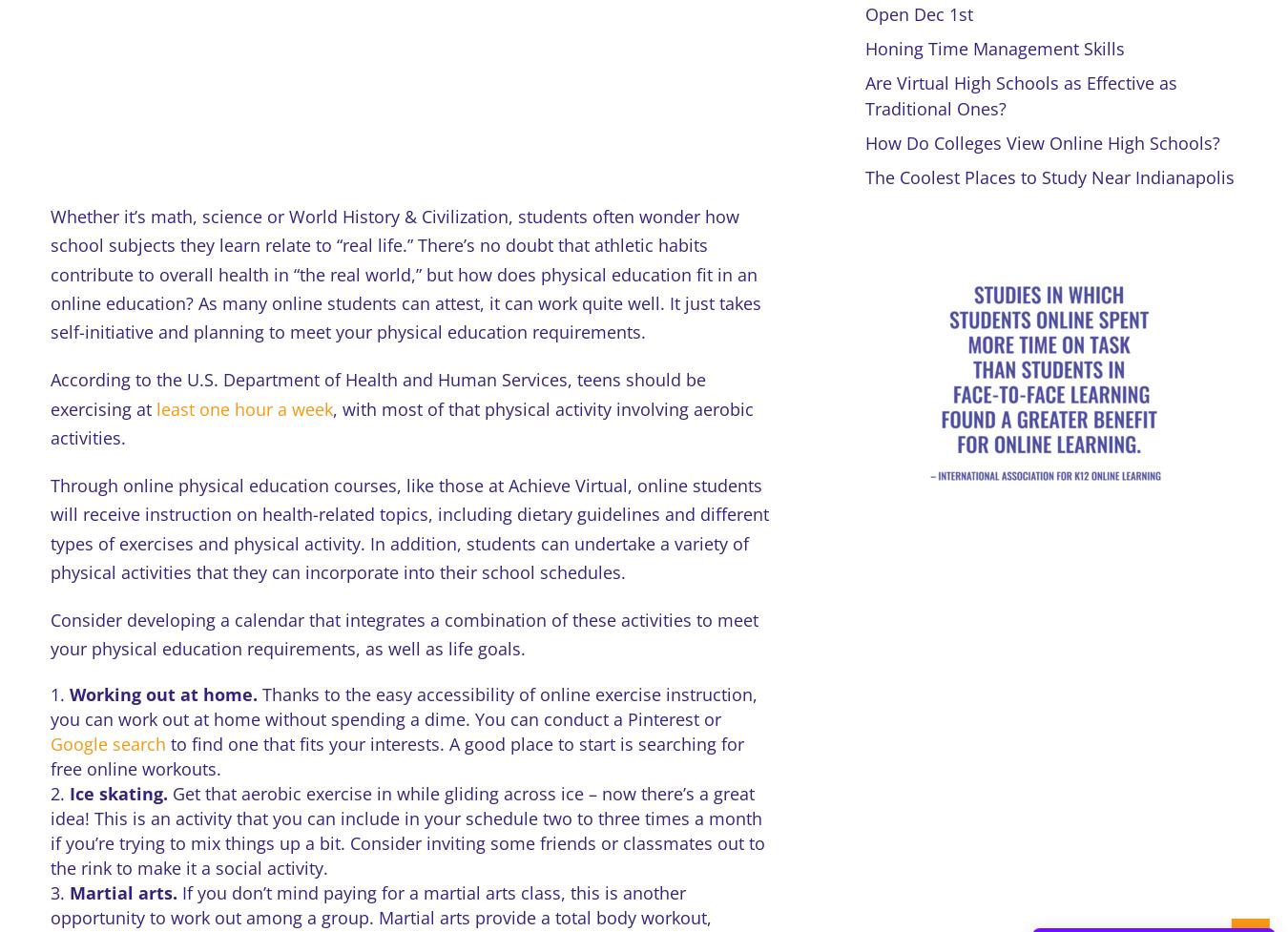 This screenshot has width=1288, height=932. I want to click on 'Thanks to the easy accessibility of online exercise instruction, you can work out at home without spending a dime. You can conduct a Pinterest or', so click(48, 706).